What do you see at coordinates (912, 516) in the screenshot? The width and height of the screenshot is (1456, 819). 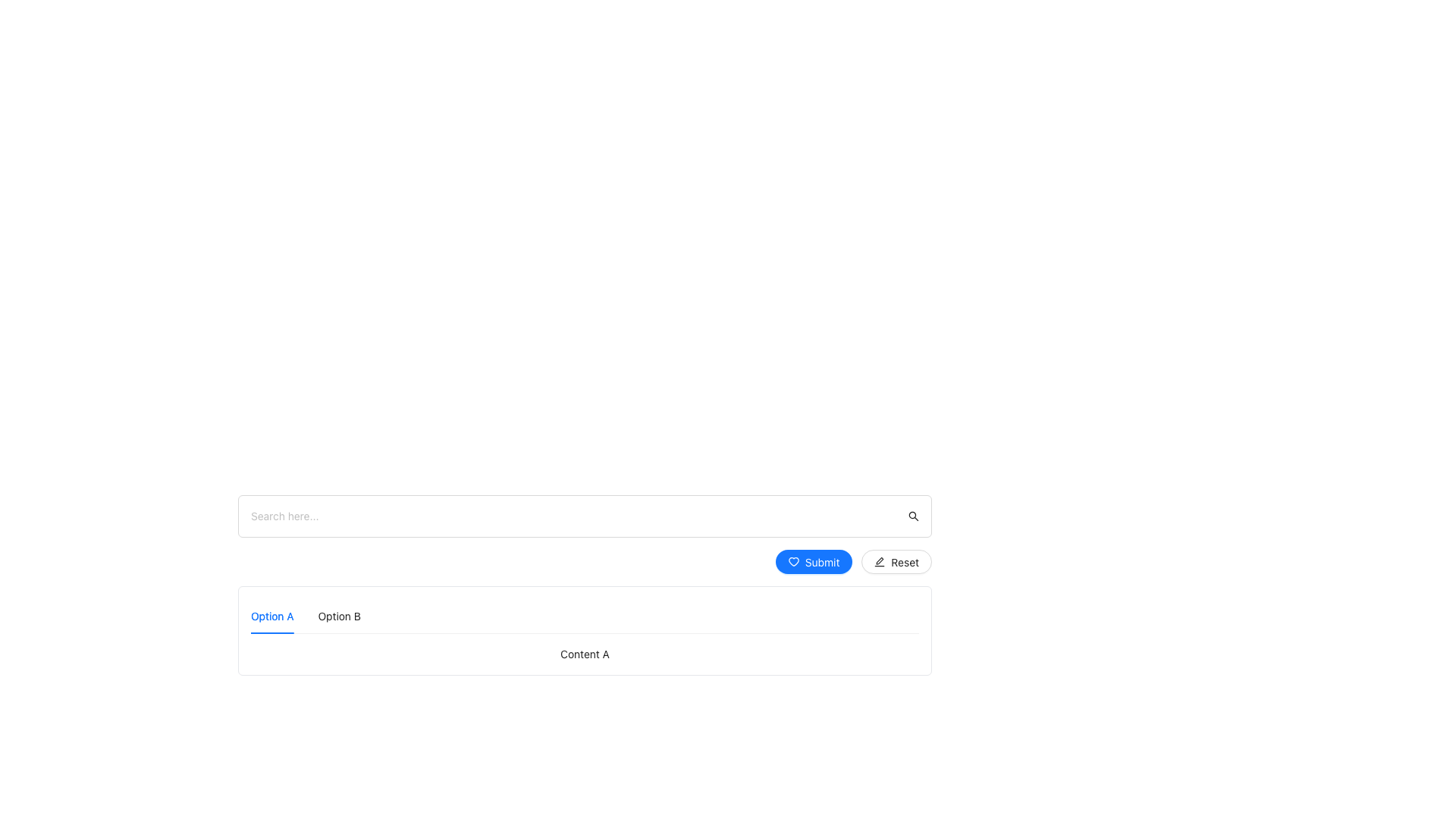 I see `the magnifying glass icon located at the top-right section of the search bar, adjacent to the user input field` at bounding box center [912, 516].